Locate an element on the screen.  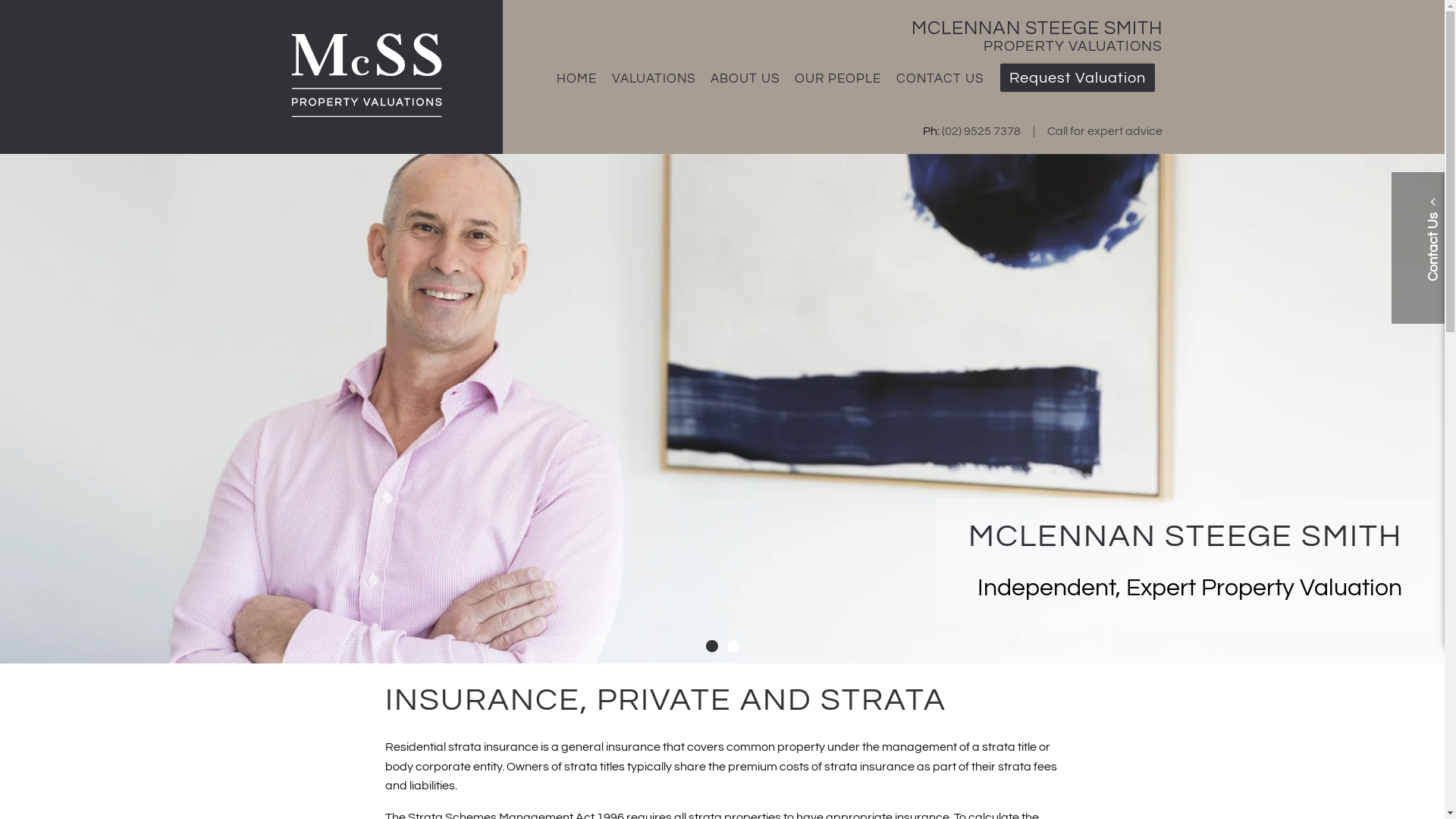
'Request Valuation' is located at coordinates (1076, 78).